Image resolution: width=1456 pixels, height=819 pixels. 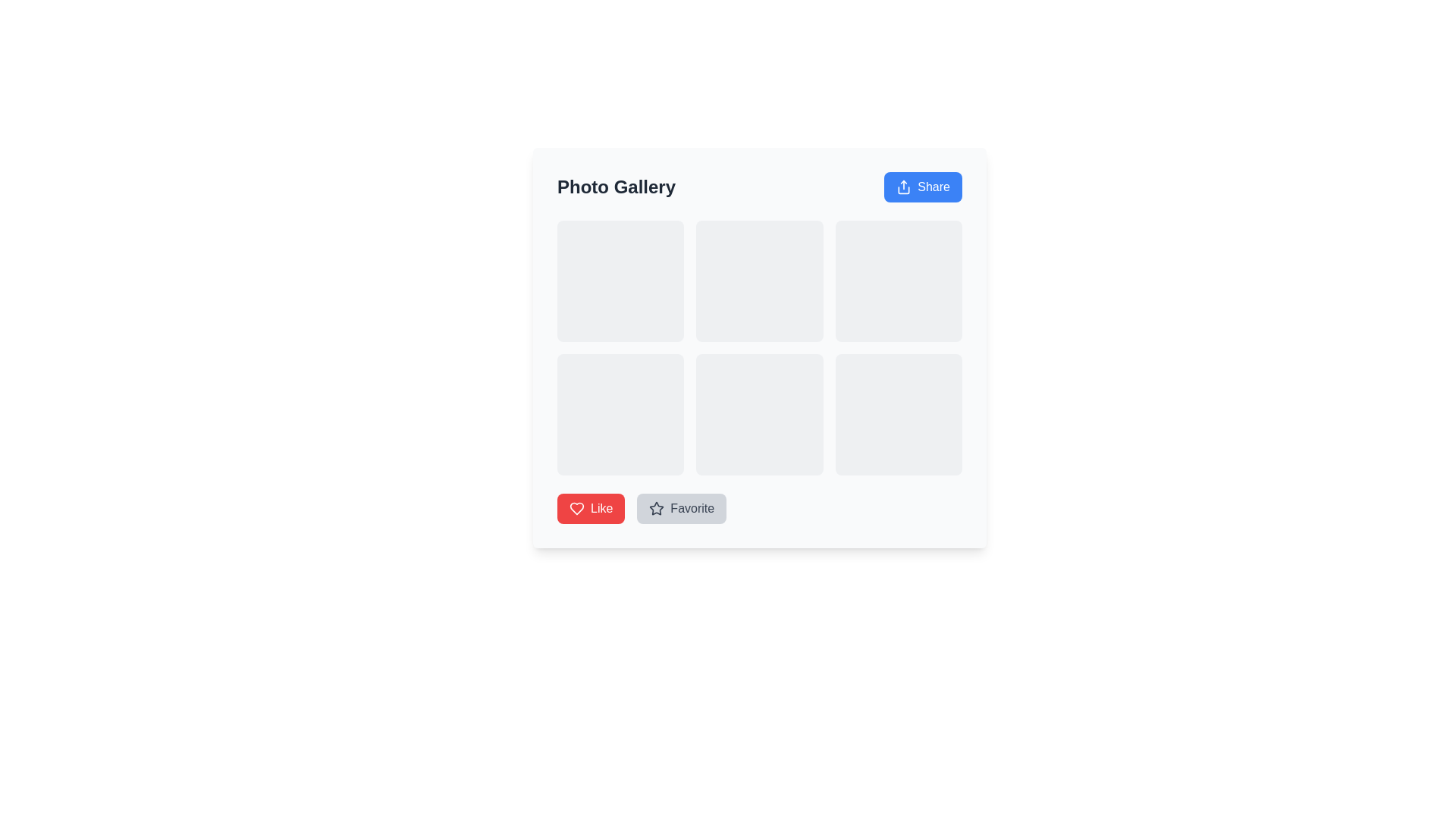 I want to click on the heart icon within the red 'Like' button, so click(x=576, y=509).